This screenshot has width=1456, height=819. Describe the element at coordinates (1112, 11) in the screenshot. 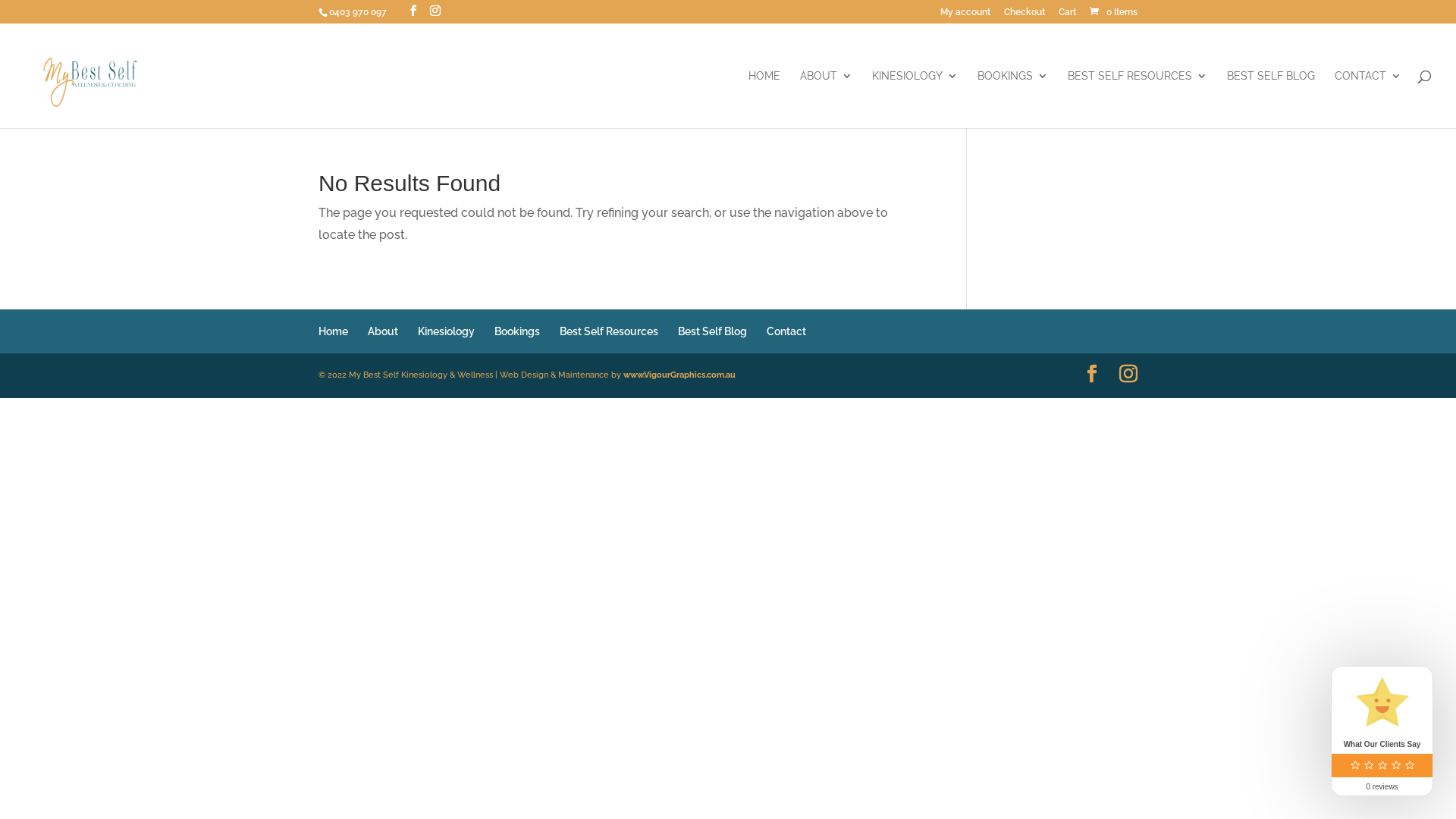

I see `'0 Items'` at that location.